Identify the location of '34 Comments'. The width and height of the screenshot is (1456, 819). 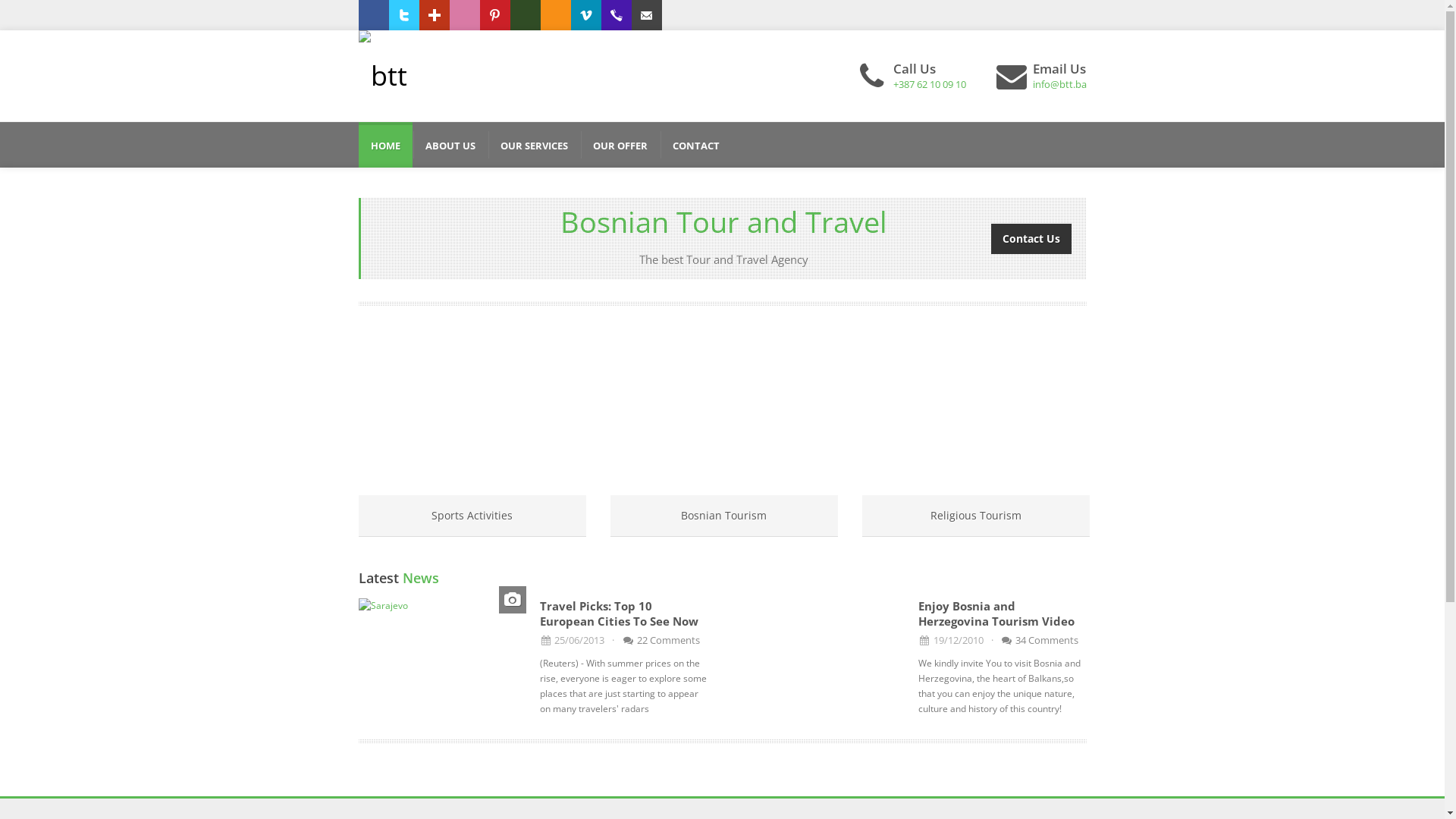
(1039, 640).